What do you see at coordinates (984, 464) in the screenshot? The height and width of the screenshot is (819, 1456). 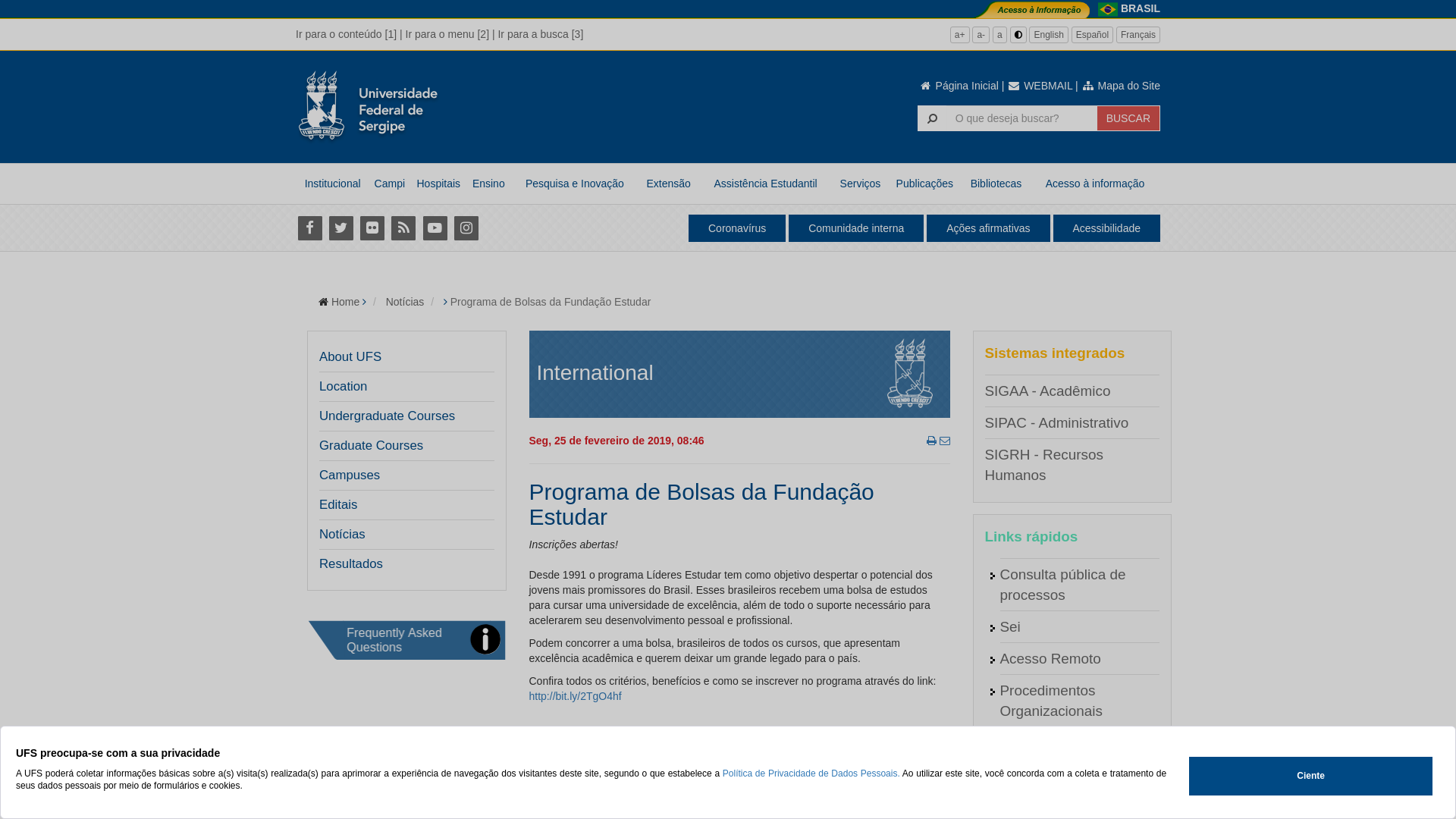 I see `'SIGRH - Recursos Humanos'` at bounding box center [984, 464].